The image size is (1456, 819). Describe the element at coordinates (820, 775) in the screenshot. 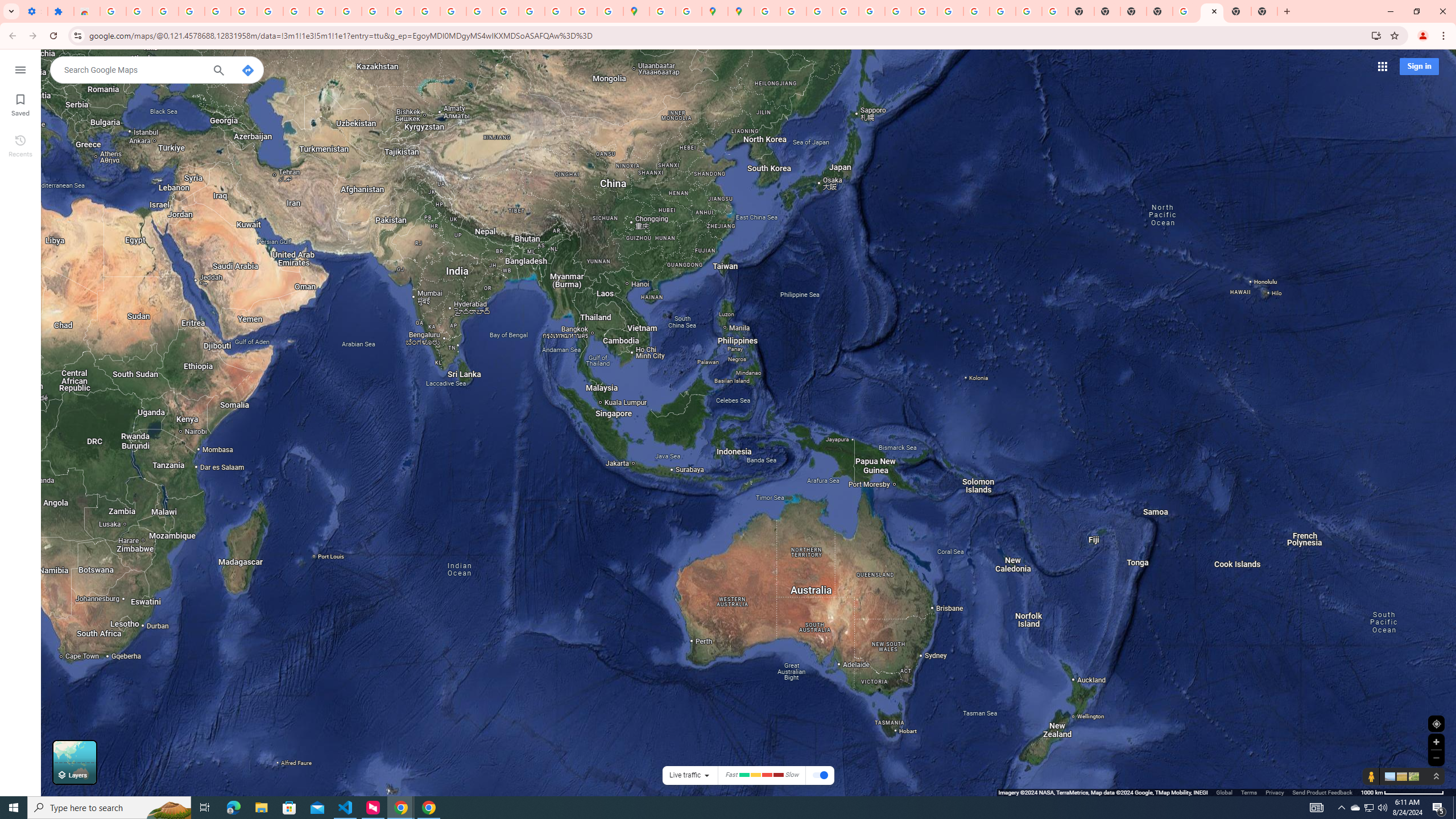

I see `' Show traffic '` at that location.